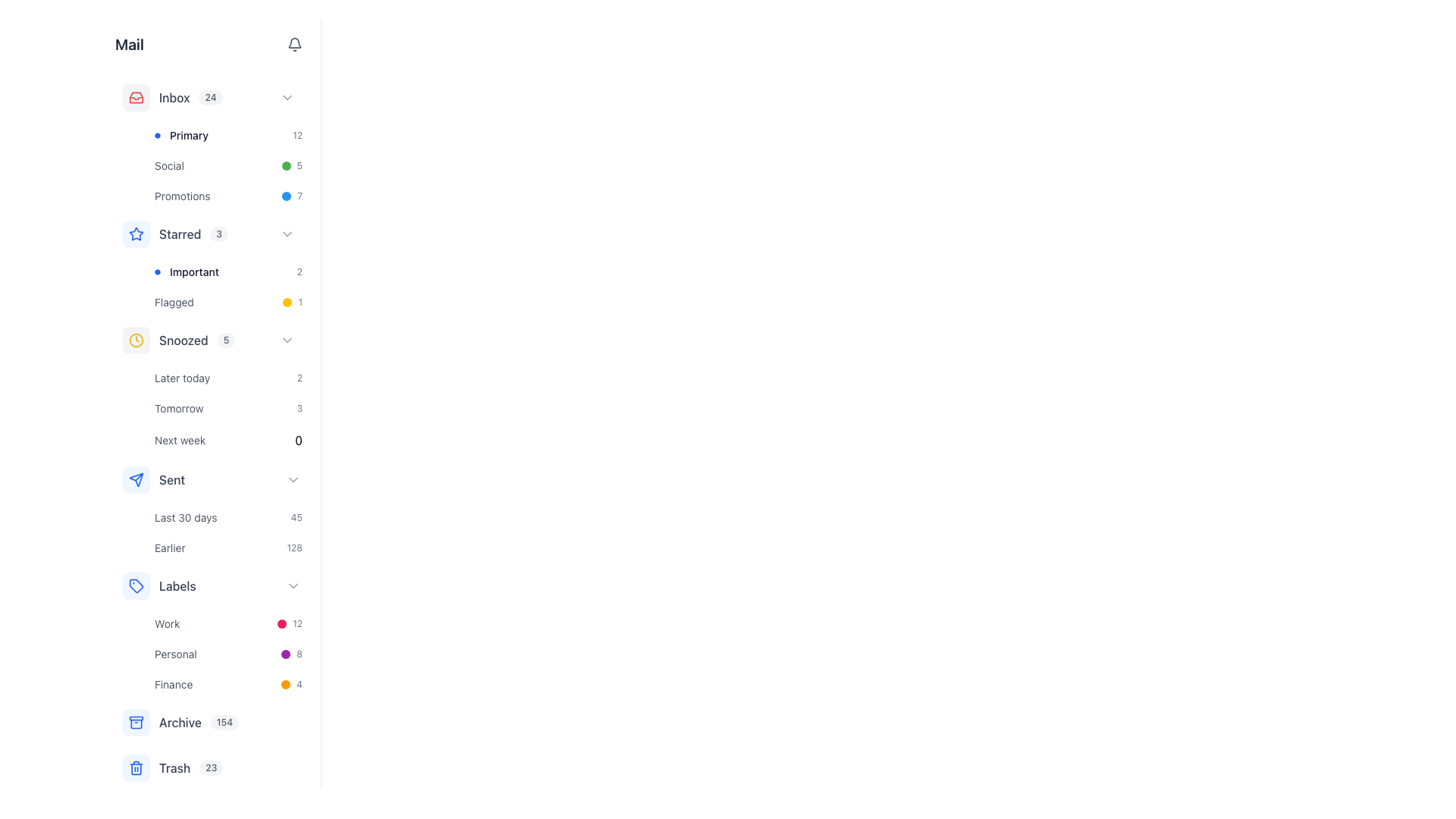 This screenshot has width=1456, height=819. Describe the element at coordinates (227, 134) in the screenshot. I see `the 'Primary' button located in the left panel of the interface` at that location.